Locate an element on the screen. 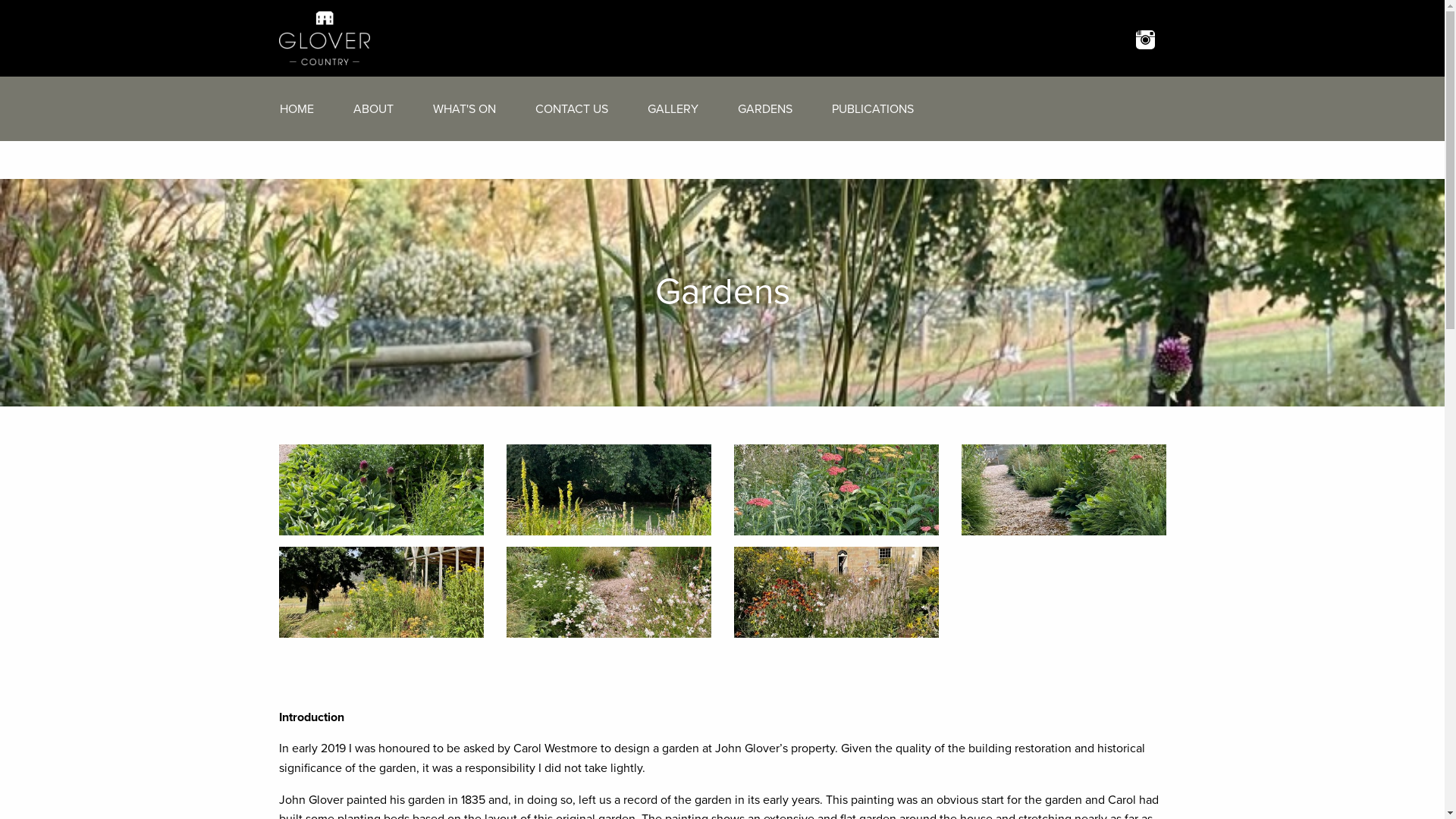 This screenshot has height=819, width=1456. 'WHAT'S ON' is located at coordinates (419, 107).